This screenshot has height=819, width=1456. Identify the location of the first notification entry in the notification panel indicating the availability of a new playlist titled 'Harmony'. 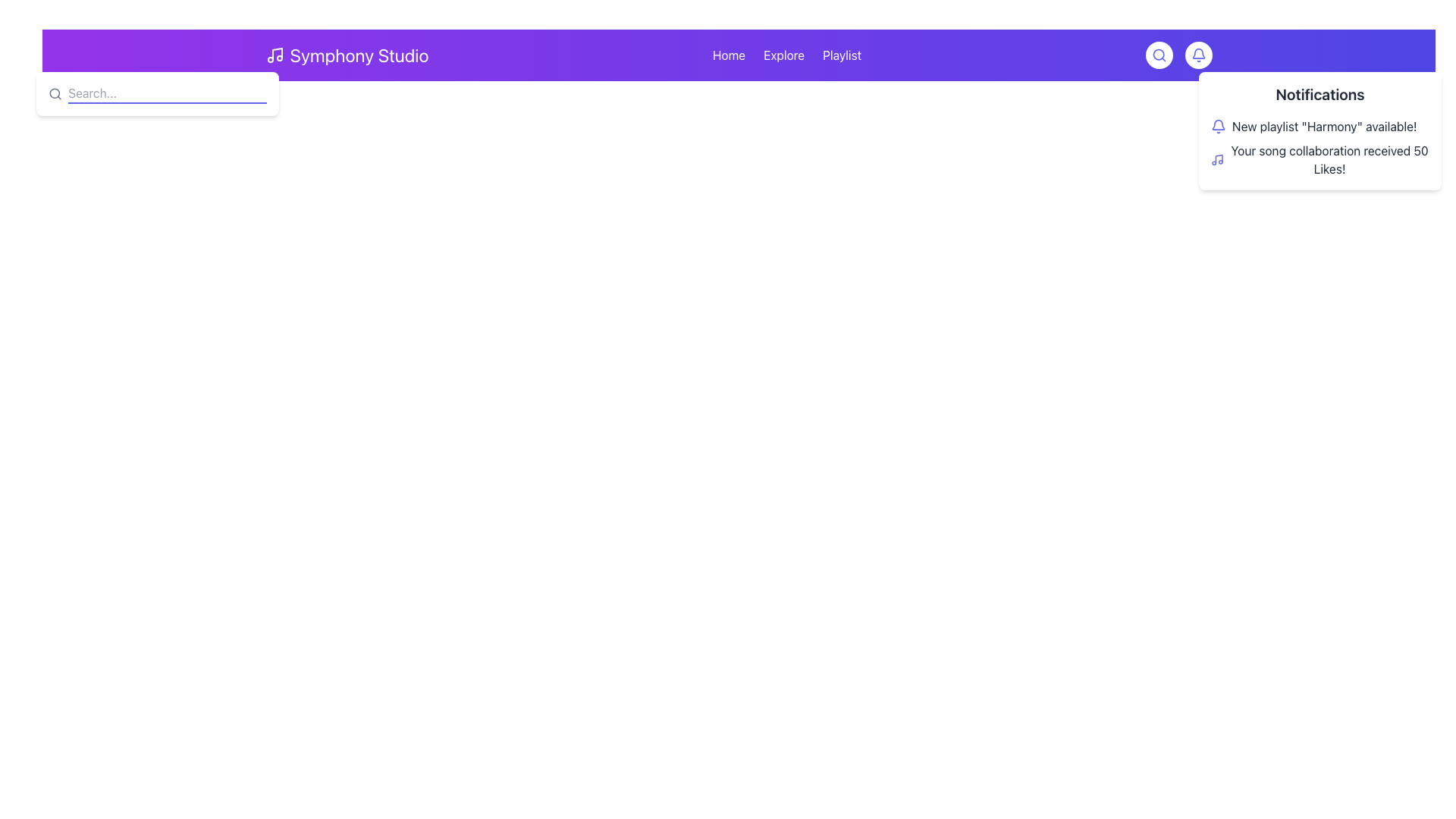
(1319, 125).